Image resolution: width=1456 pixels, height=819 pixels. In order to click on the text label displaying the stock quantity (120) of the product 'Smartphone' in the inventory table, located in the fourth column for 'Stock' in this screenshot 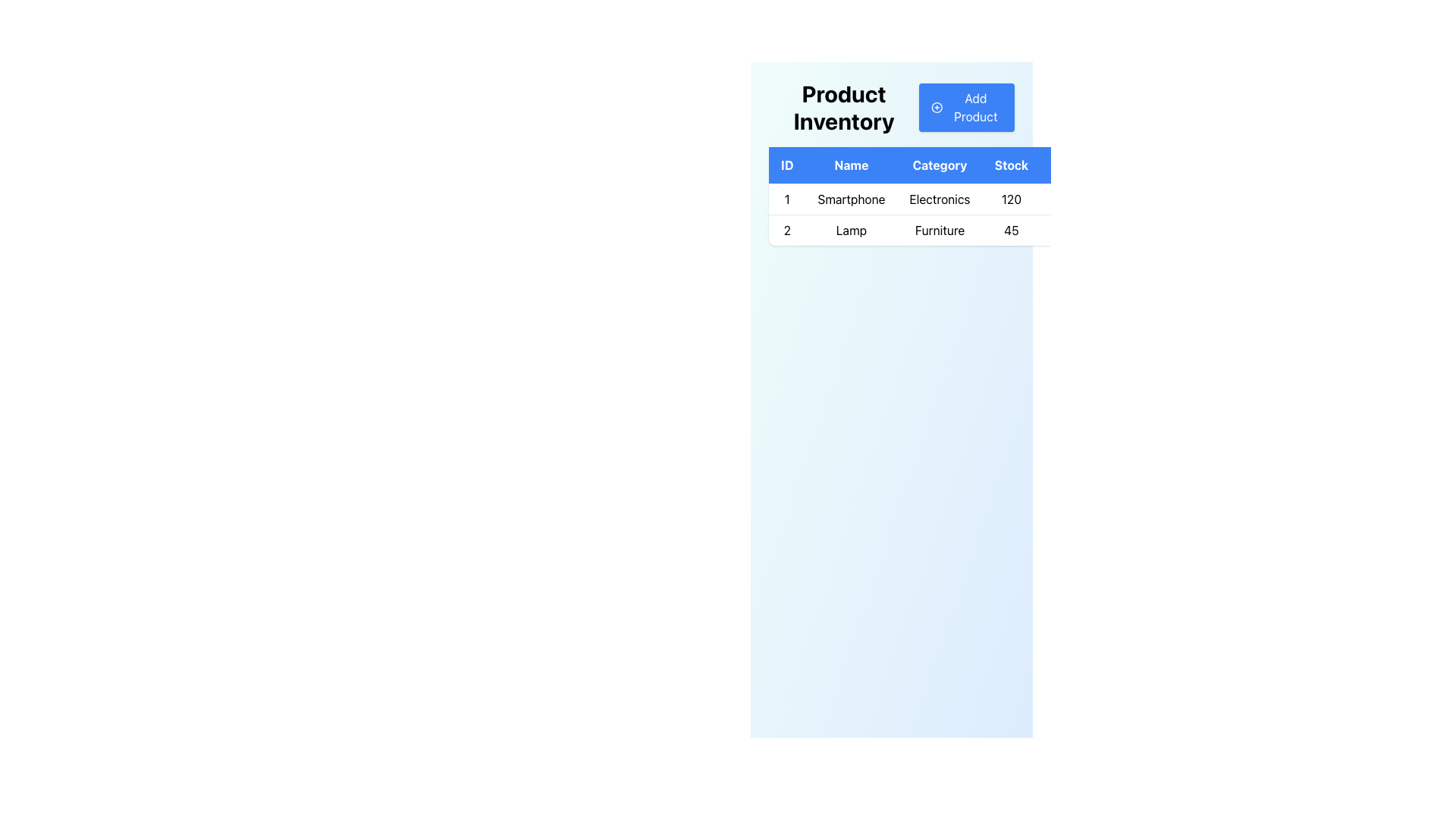, I will do `click(1012, 198)`.